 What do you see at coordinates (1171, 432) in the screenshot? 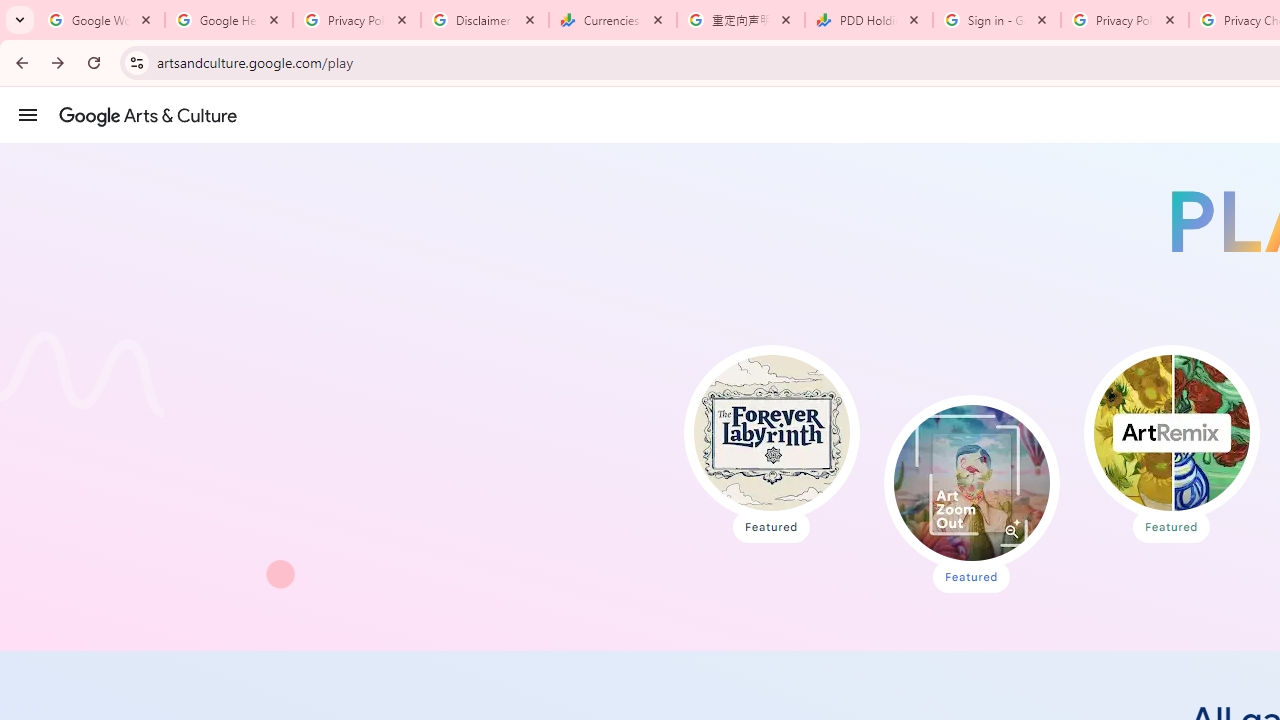
I see `'Art Remix'` at bounding box center [1171, 432].